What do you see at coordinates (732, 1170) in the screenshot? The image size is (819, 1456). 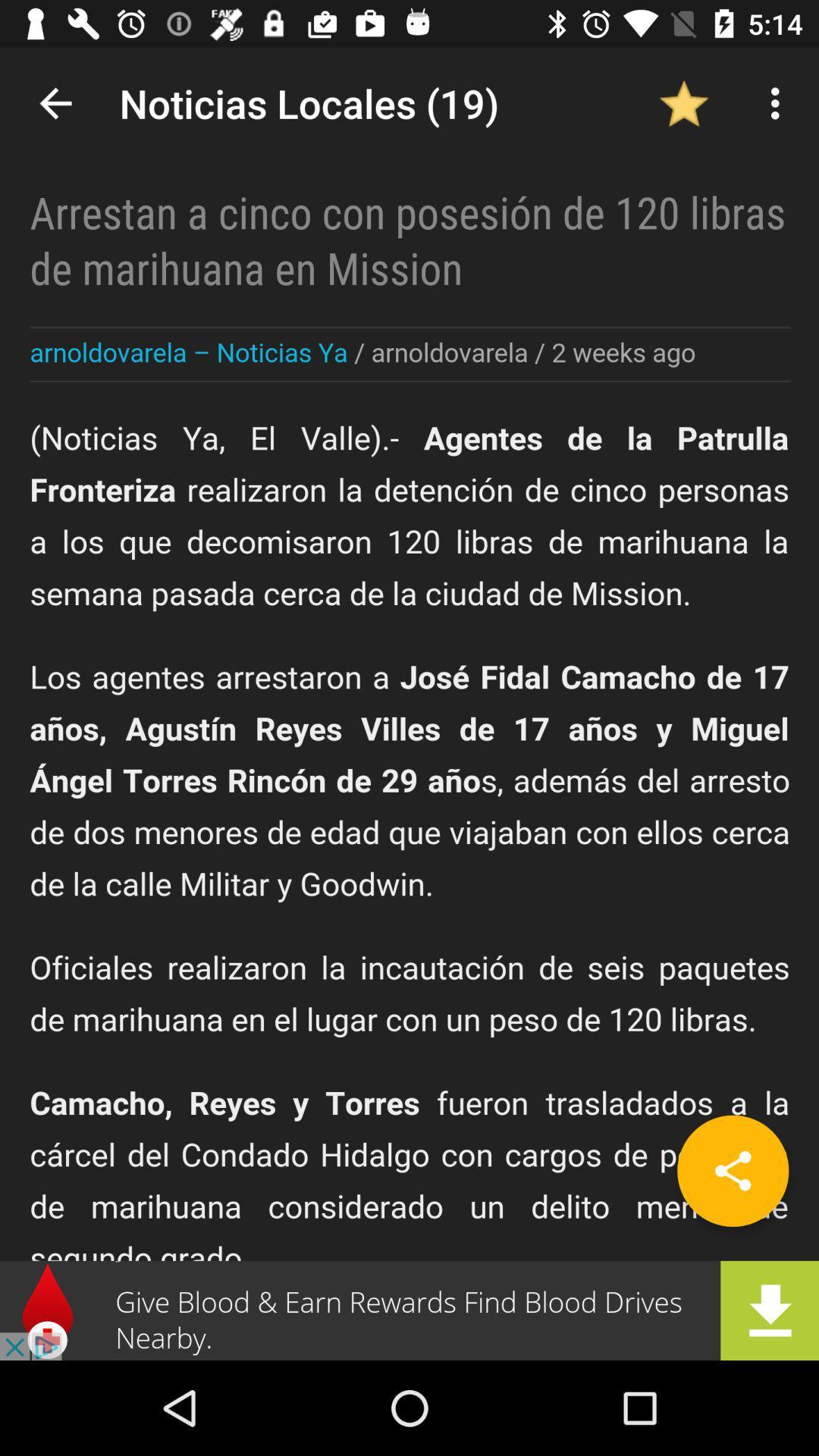 I see `the share icon` at bounding box center [732, 1170].